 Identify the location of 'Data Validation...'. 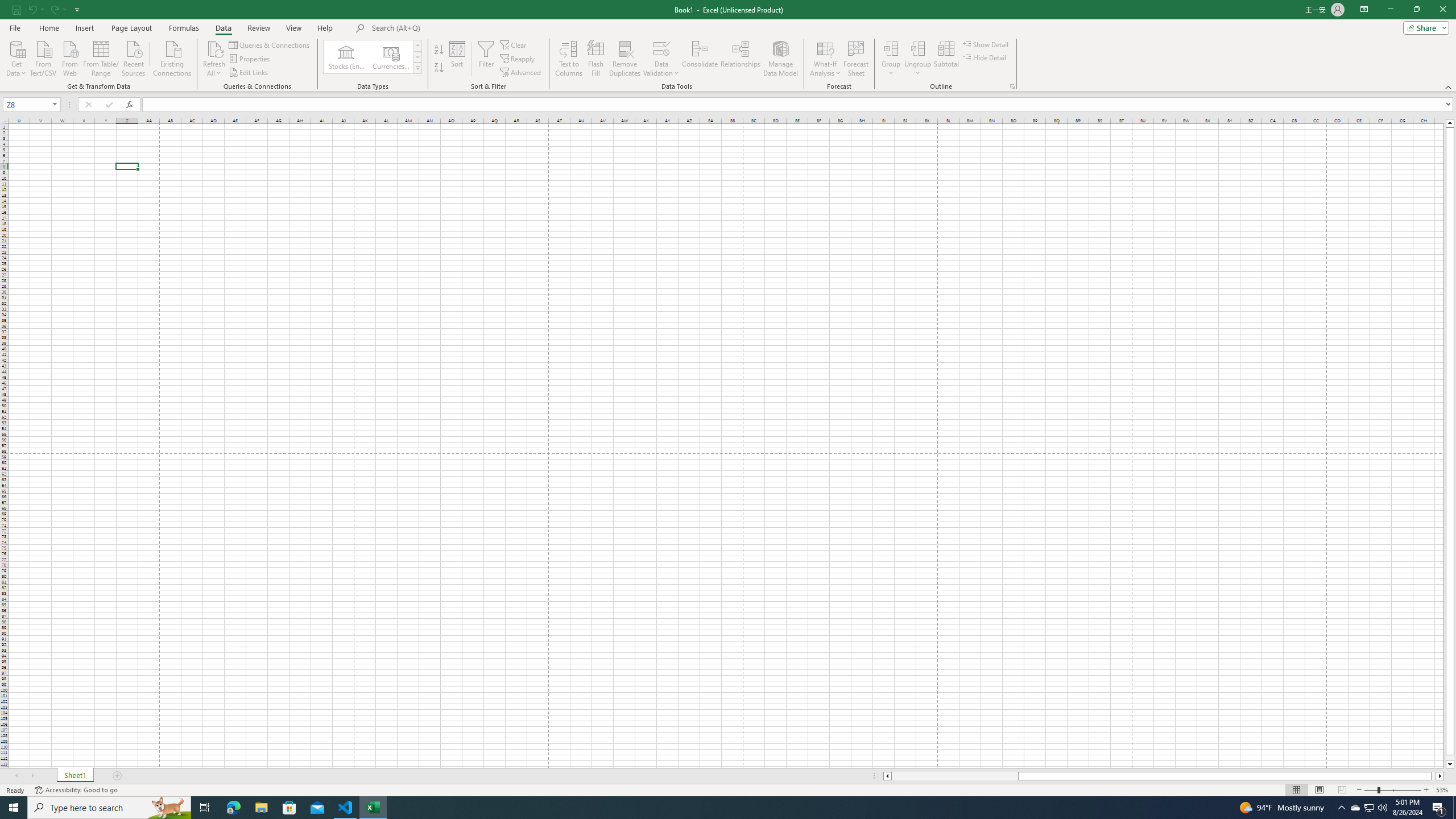
(661, 48).